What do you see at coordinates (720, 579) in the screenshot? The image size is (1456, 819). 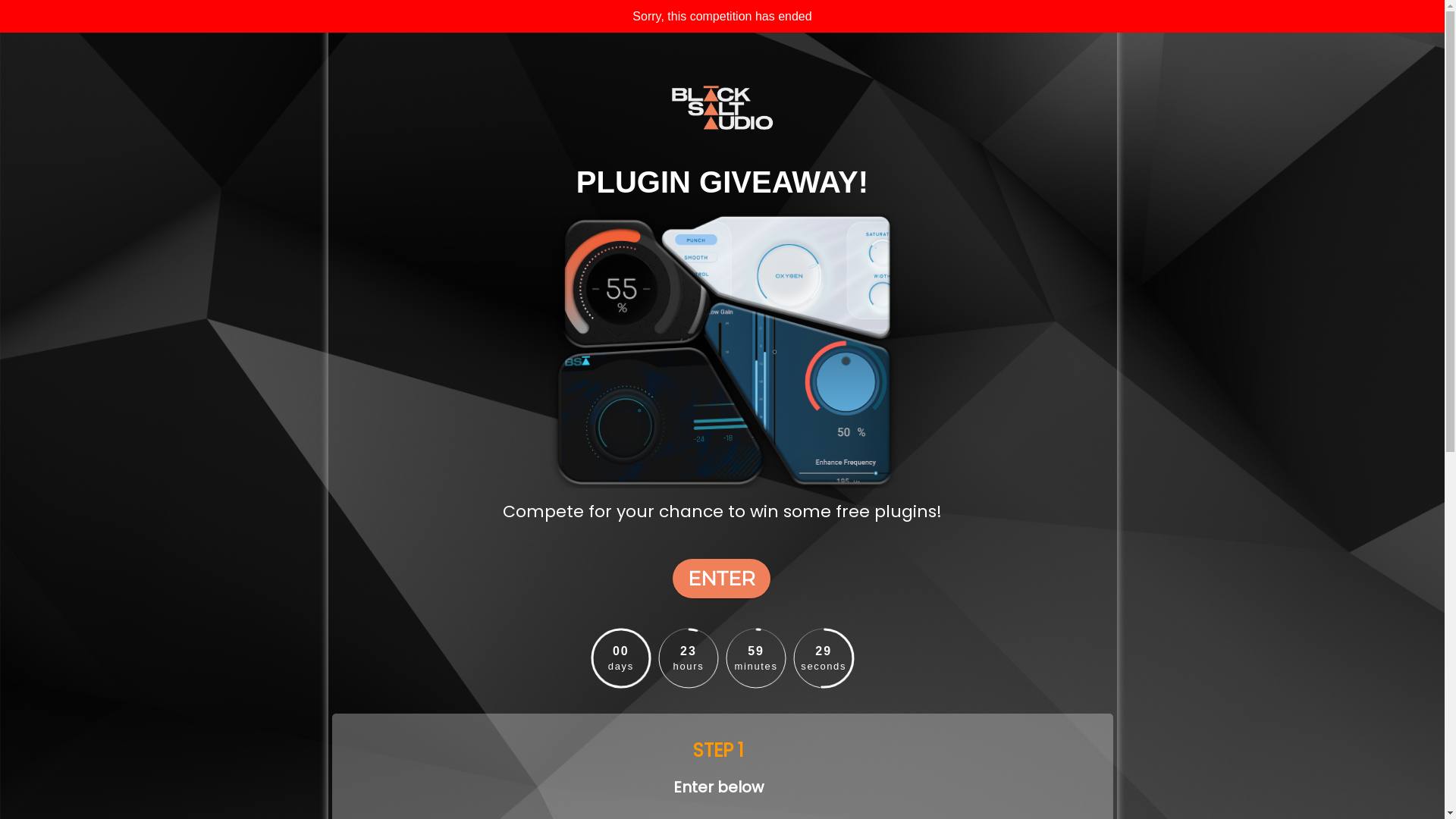 I see `'ENTER'` at bounding box center [720, 579].